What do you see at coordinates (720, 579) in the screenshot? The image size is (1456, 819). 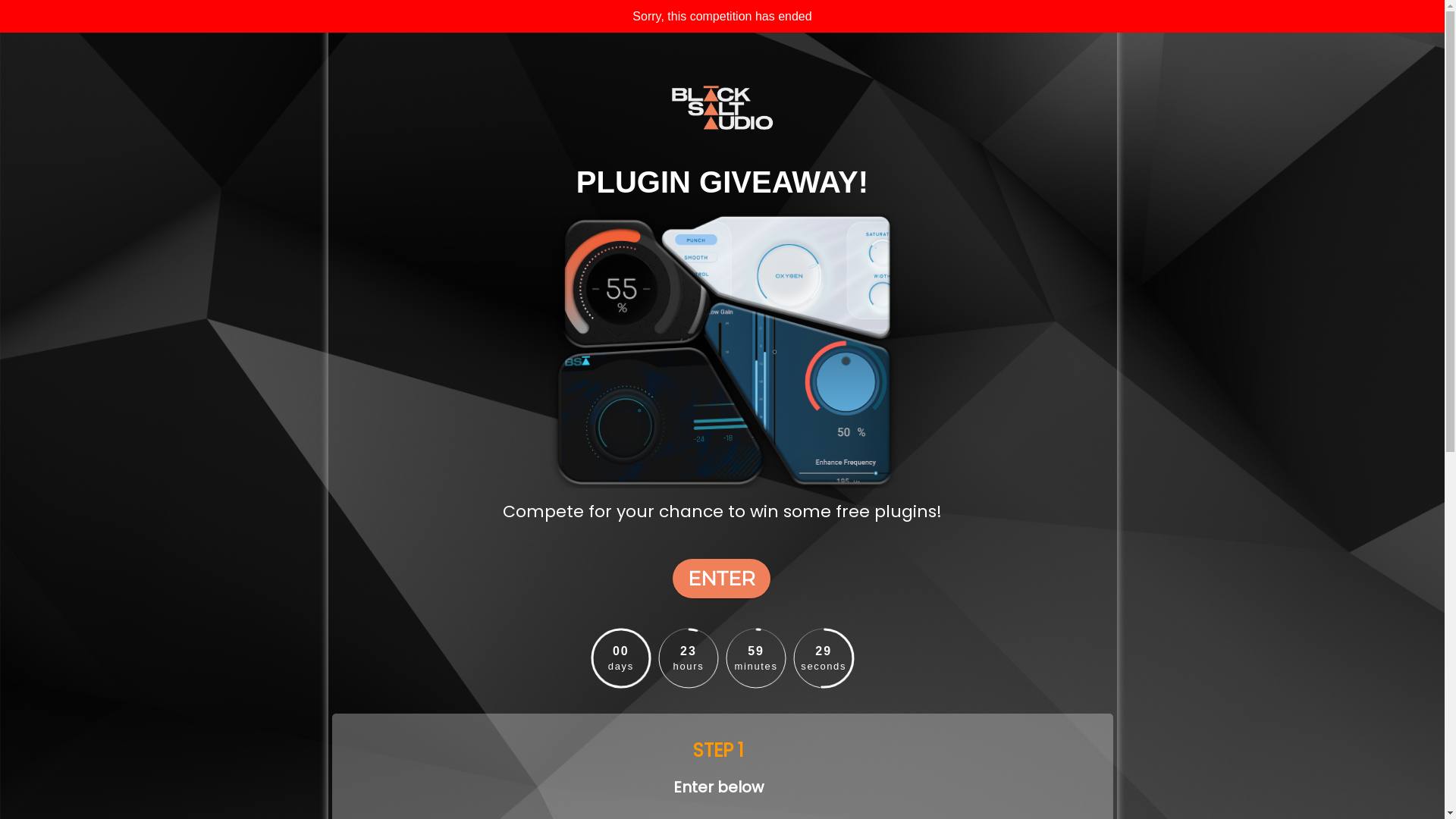 I see `'ENTER'` at bounding box center [720, 579].